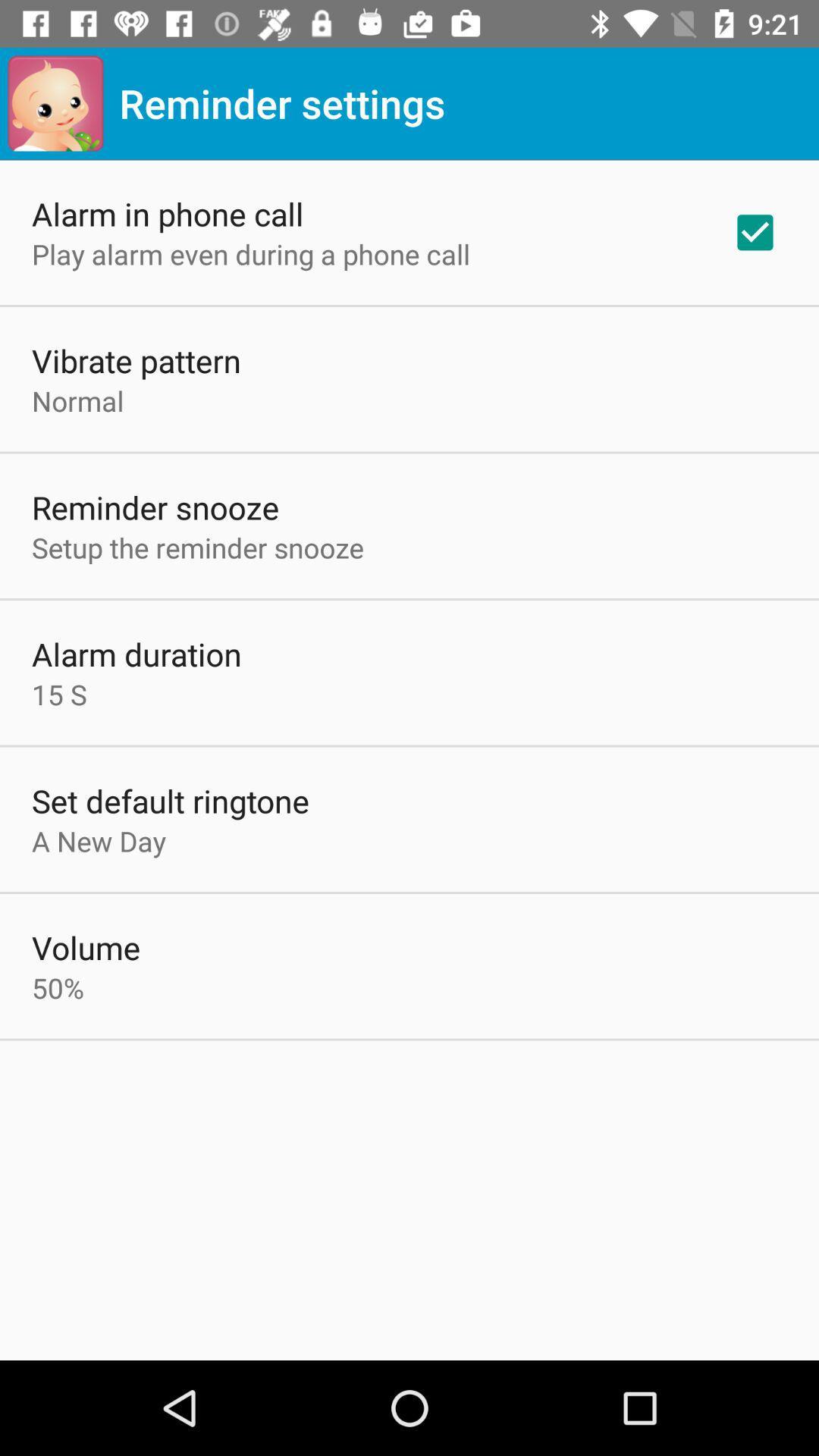 The height and width of the screenshot is (1456, 819). What do you see at coordinates (755, 231) in the screenshot?
I see `the item next to play alarm even` at bounding box center [755, 231].